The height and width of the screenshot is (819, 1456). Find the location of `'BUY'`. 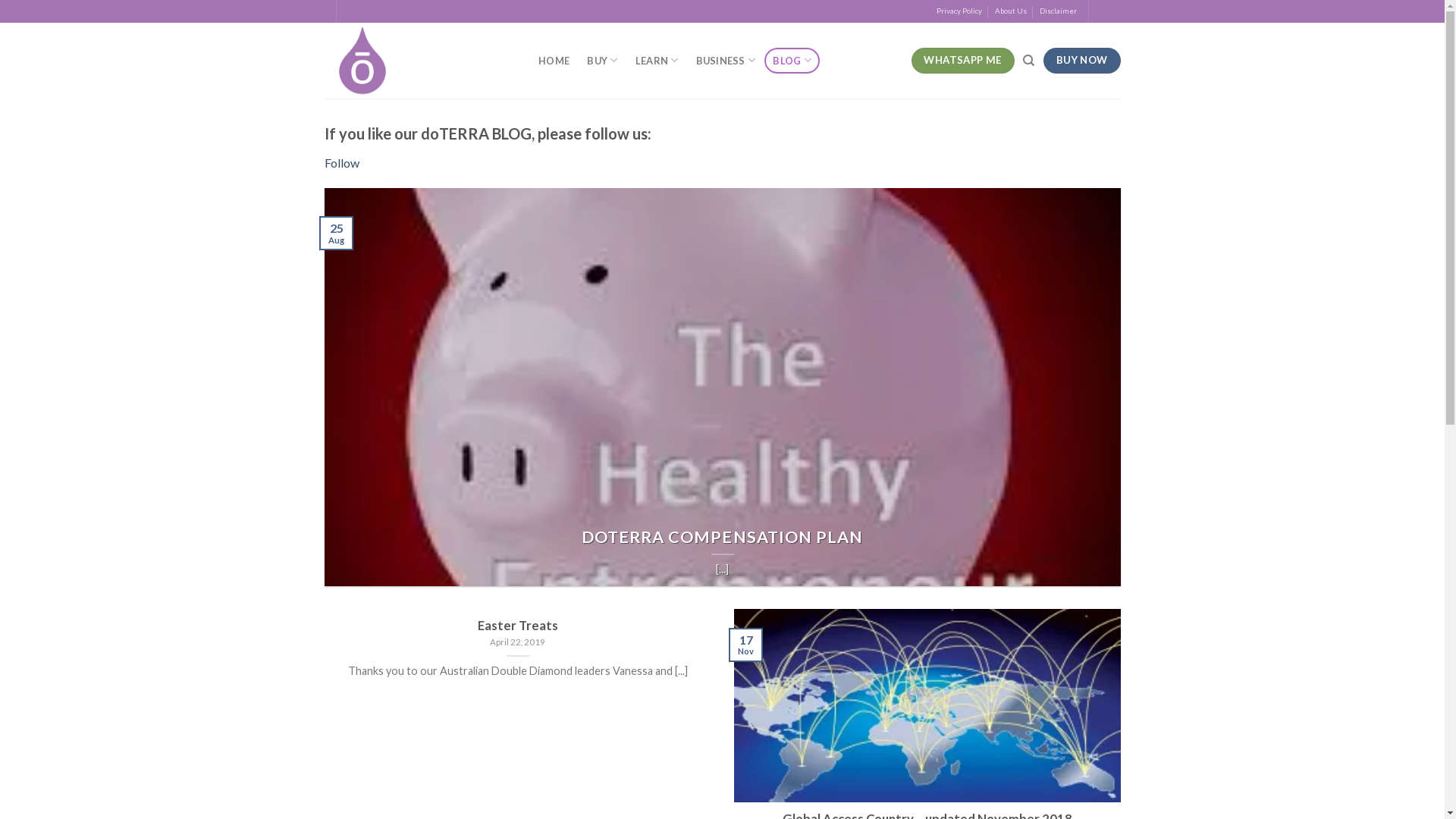

'BUY' is located at coordinates (578, 60).